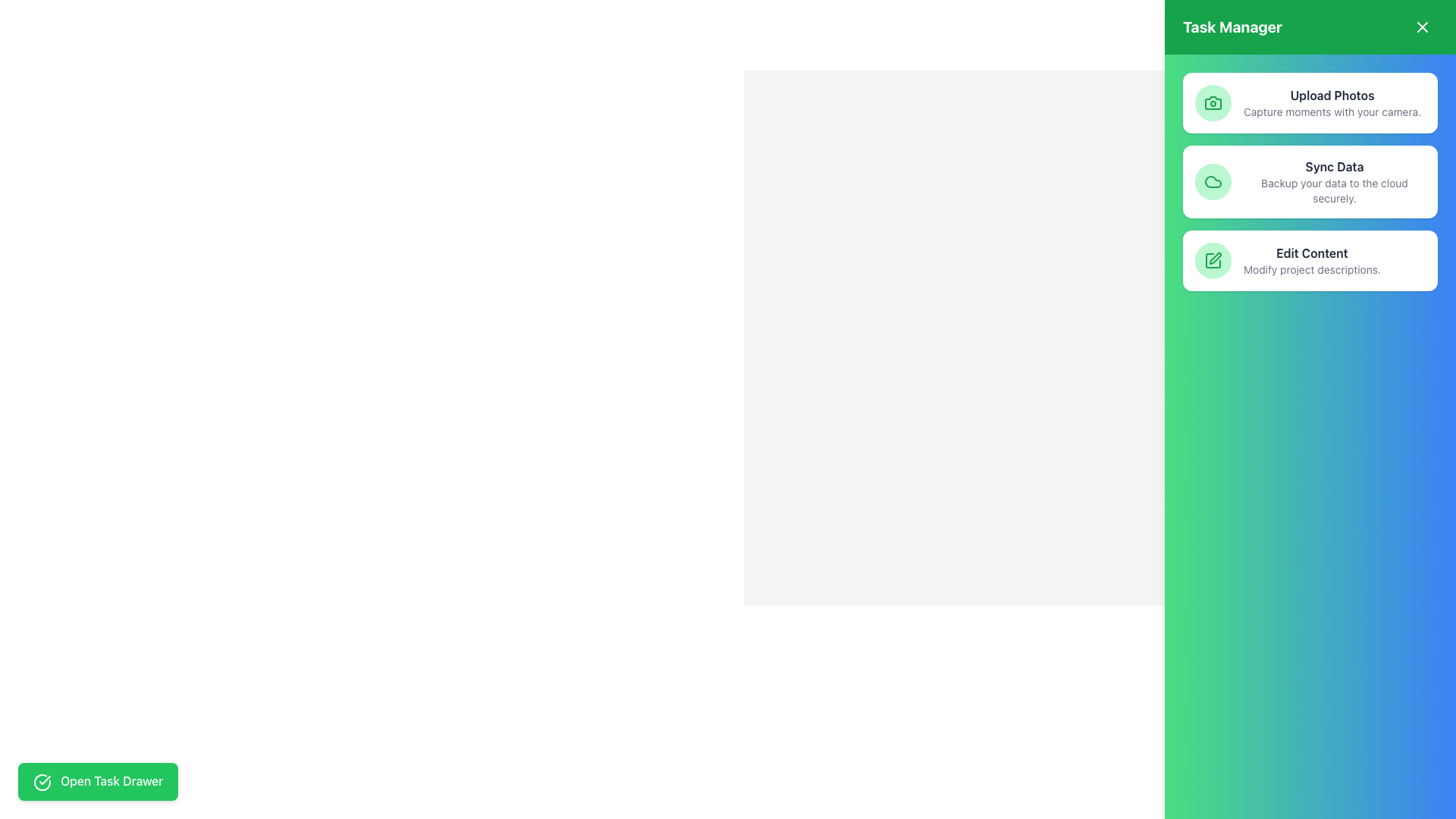 The height and width of the screenshot is (819, 1456). Describe the element at coordinates (1310, 180) in the screenshot. I see `the second UI card labeled 'Sync Data' in the 'Task Manager'` at that location.